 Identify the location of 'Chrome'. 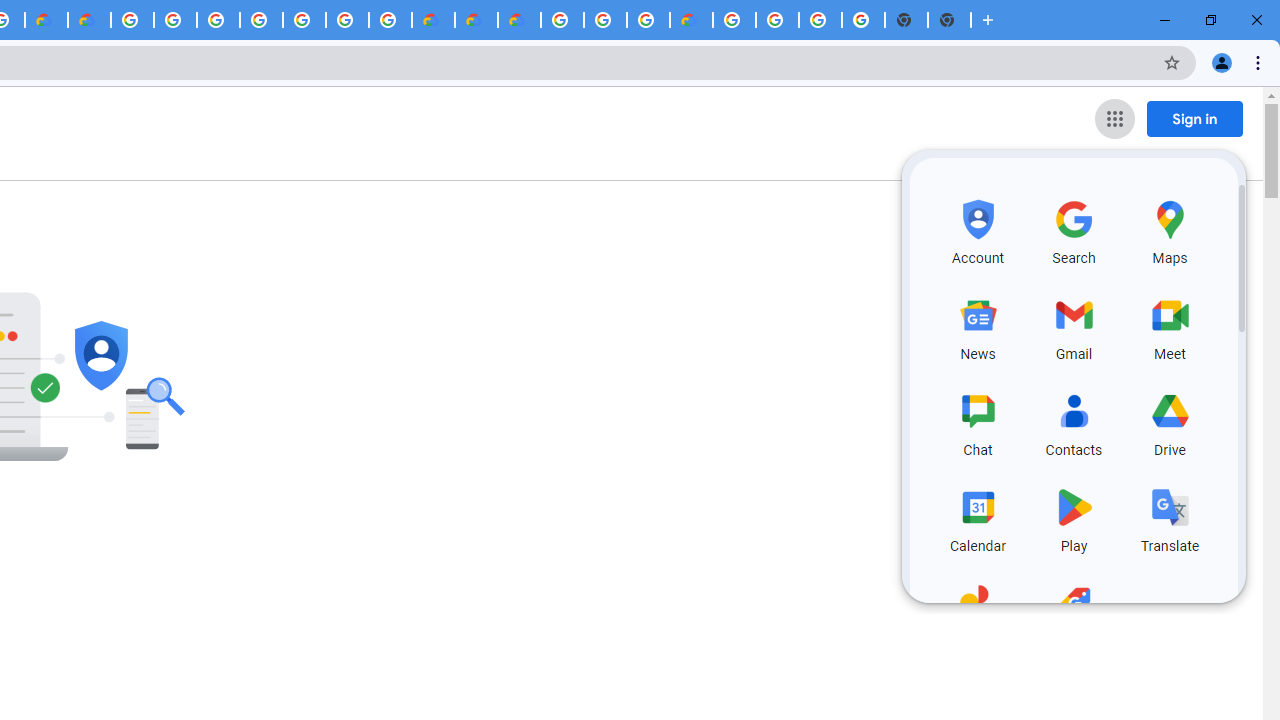
(1259, 61).